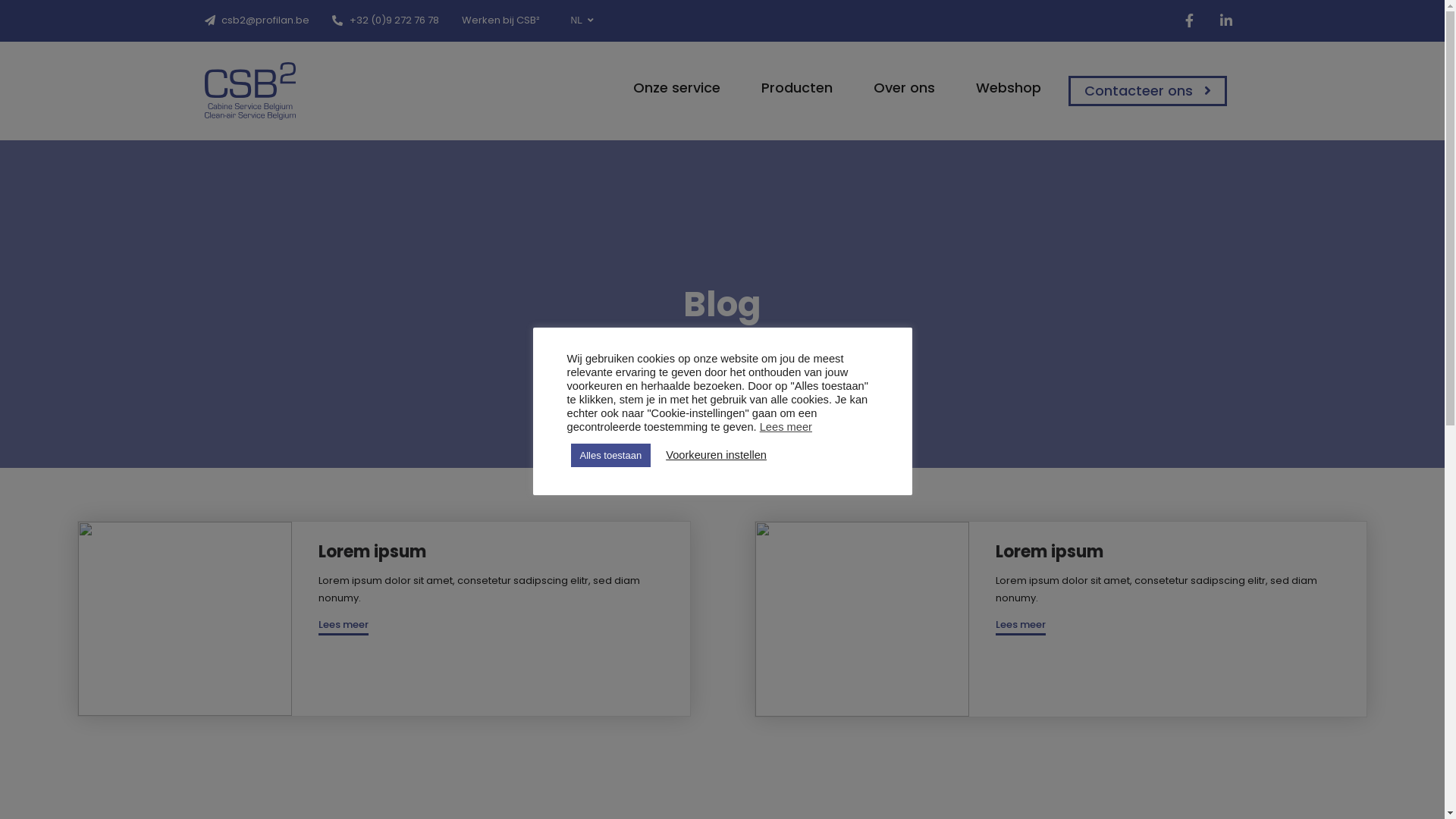 The image size is (1456, 819). Describe the element at coordinates (610, 453) in the screenshot. I see `'Alles toestaan'` at that location.